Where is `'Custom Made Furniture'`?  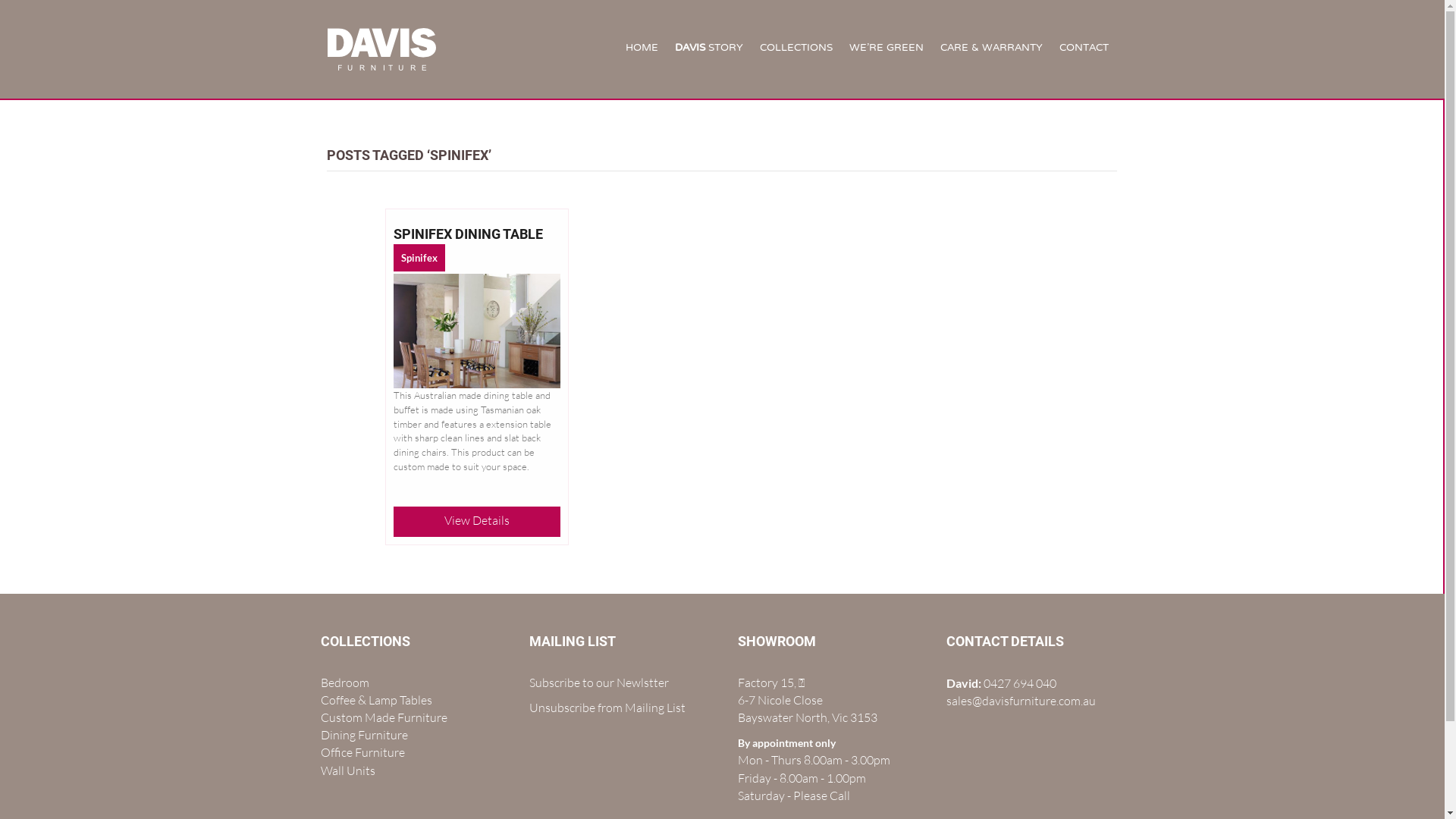
'Custom Made Furniture' is located at coordinates (383, 717).